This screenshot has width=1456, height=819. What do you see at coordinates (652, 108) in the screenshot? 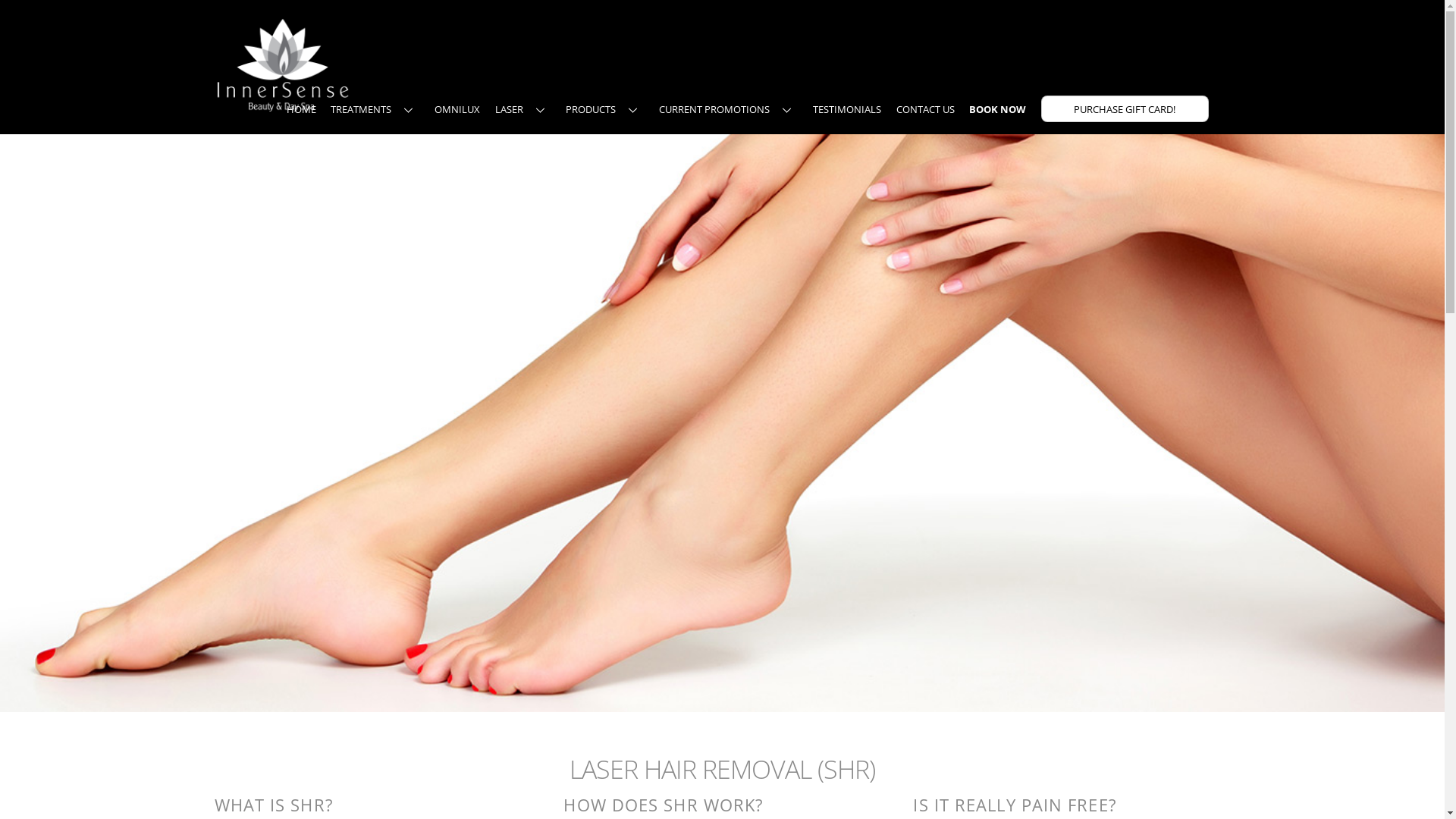
I see `'CURRENT PROMOTIONS'` at bounding box center [652, 108].